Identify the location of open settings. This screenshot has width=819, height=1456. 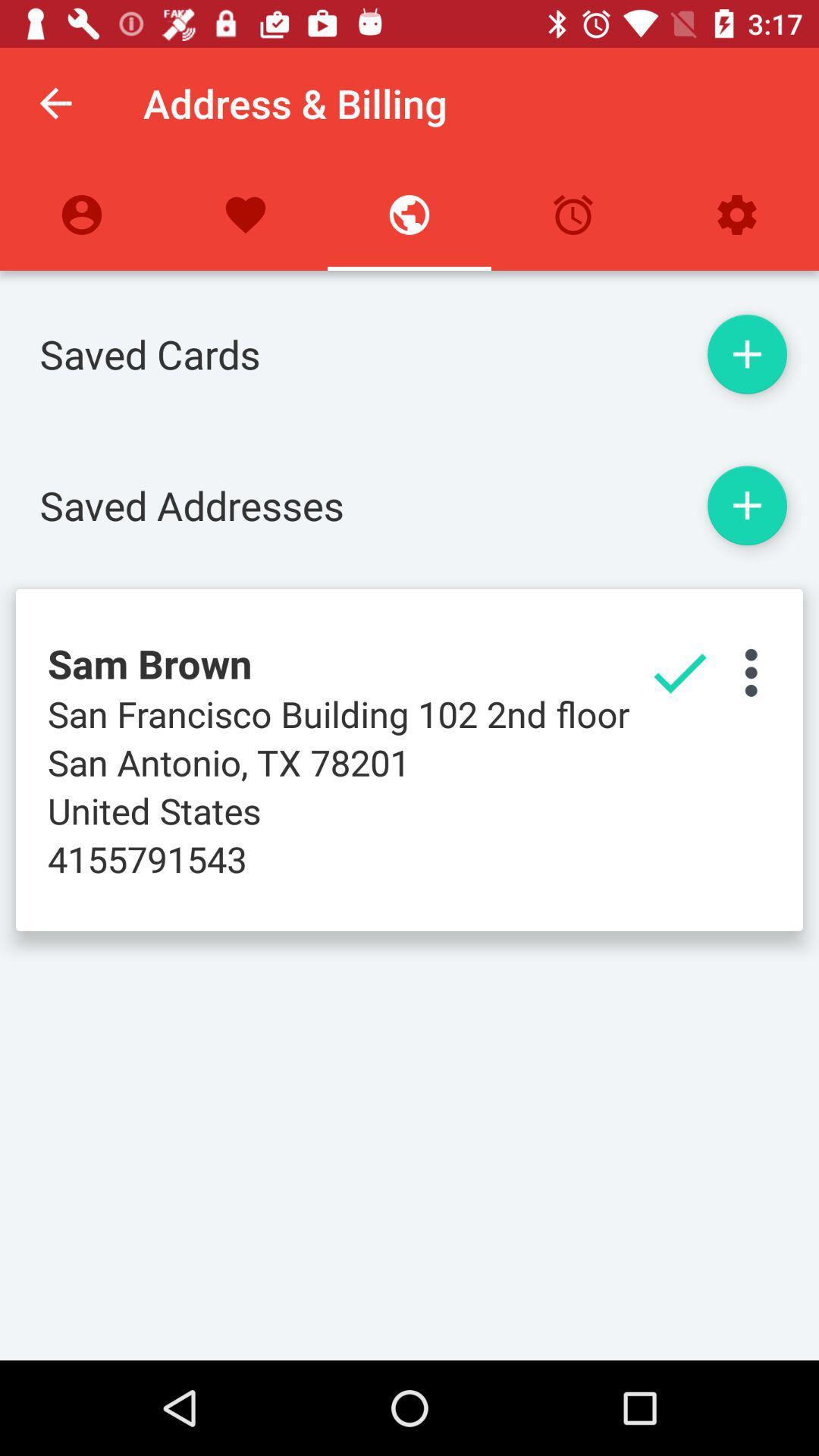
(751, 672).